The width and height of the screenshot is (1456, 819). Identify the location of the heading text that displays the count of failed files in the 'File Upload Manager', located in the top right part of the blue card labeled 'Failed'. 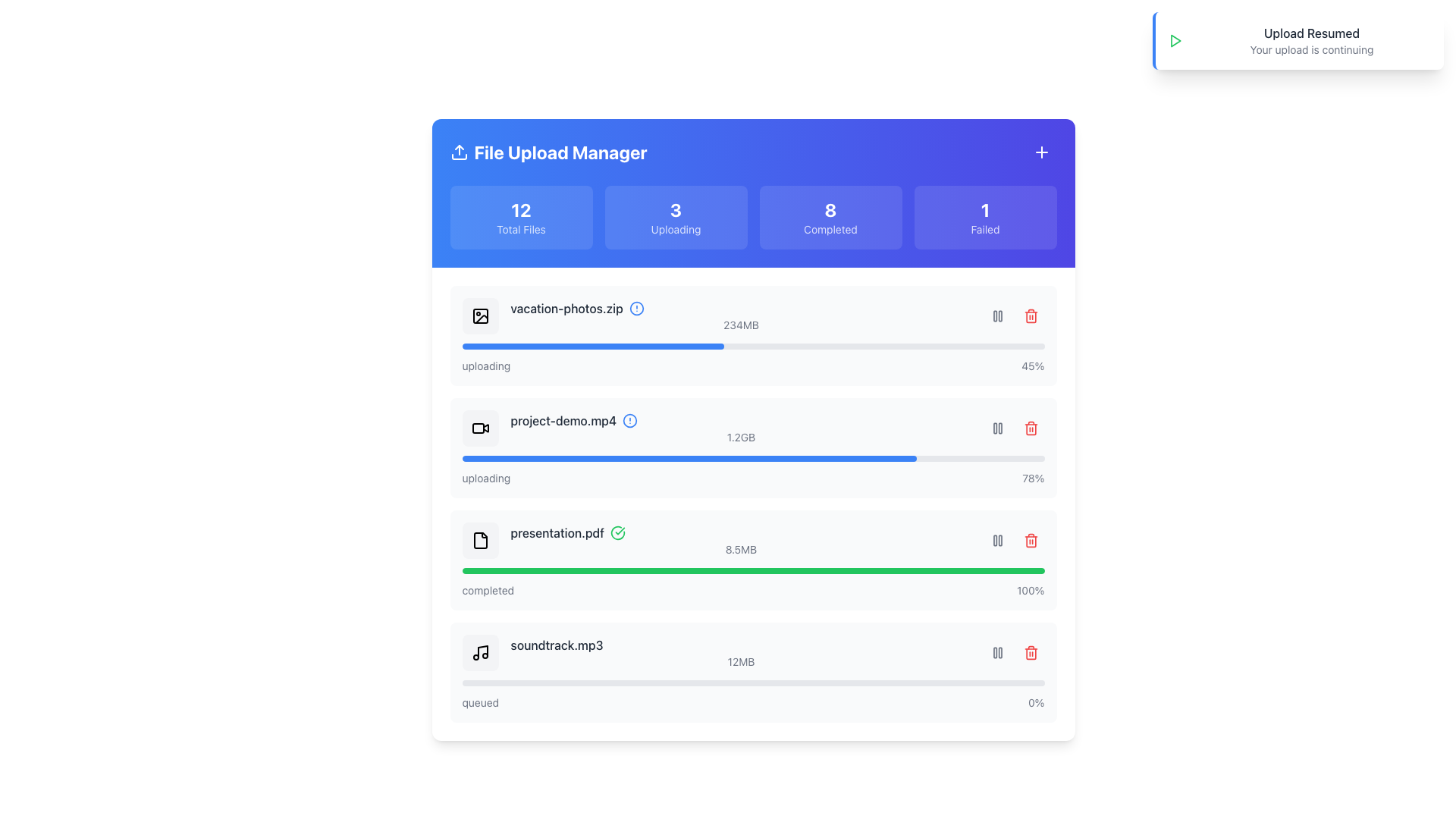
(985, 210).